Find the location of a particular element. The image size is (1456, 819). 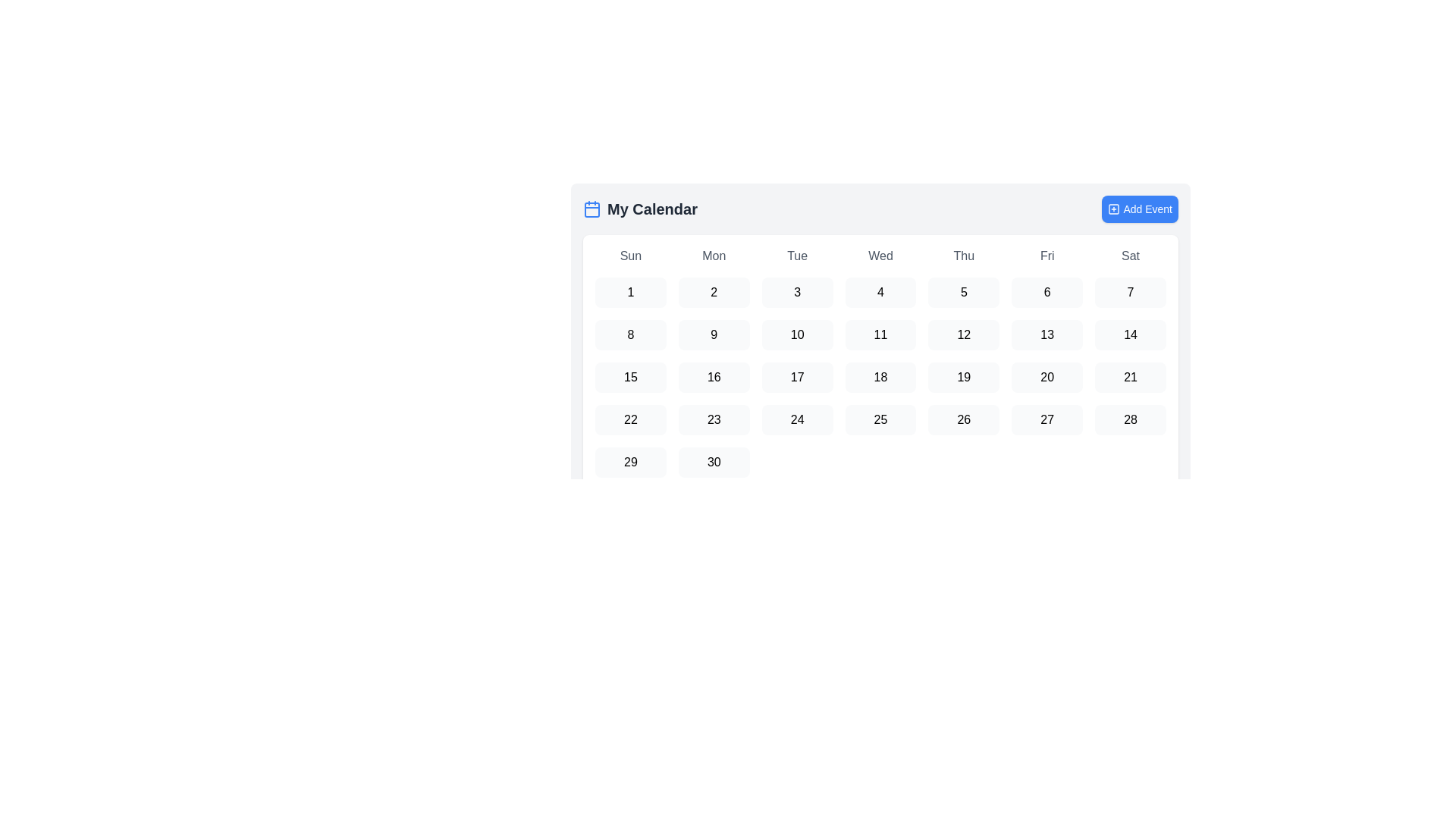

the Calendar Day Cell displaying the number '4', which is a rounded rectangle with a light gray background and changes to light blue on hover is located at coordinates (880, 292).